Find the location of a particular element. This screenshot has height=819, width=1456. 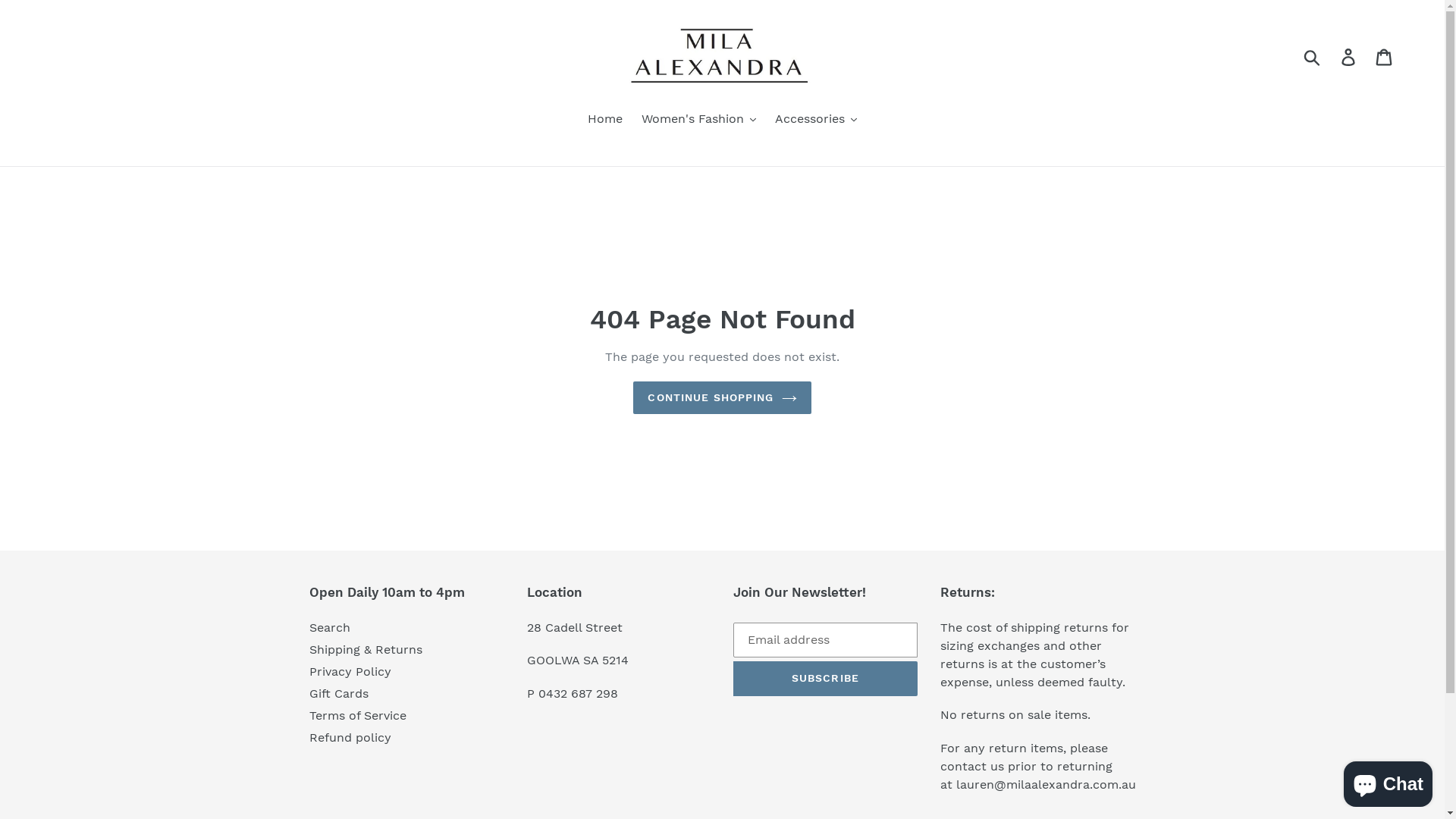

'Gift Cards' is located at coordinates (337, 693).